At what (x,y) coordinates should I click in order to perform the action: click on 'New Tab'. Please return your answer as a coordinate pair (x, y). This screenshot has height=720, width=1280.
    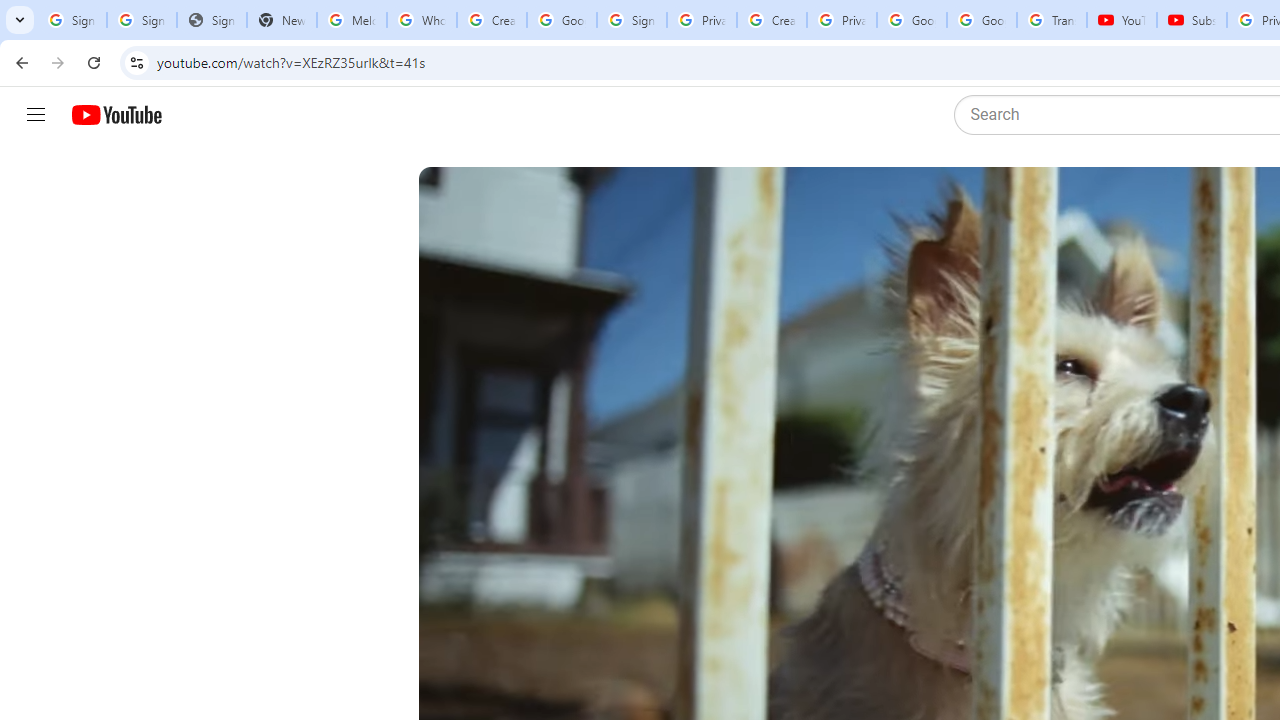
    Looking at the image, I should click on (281, 20).